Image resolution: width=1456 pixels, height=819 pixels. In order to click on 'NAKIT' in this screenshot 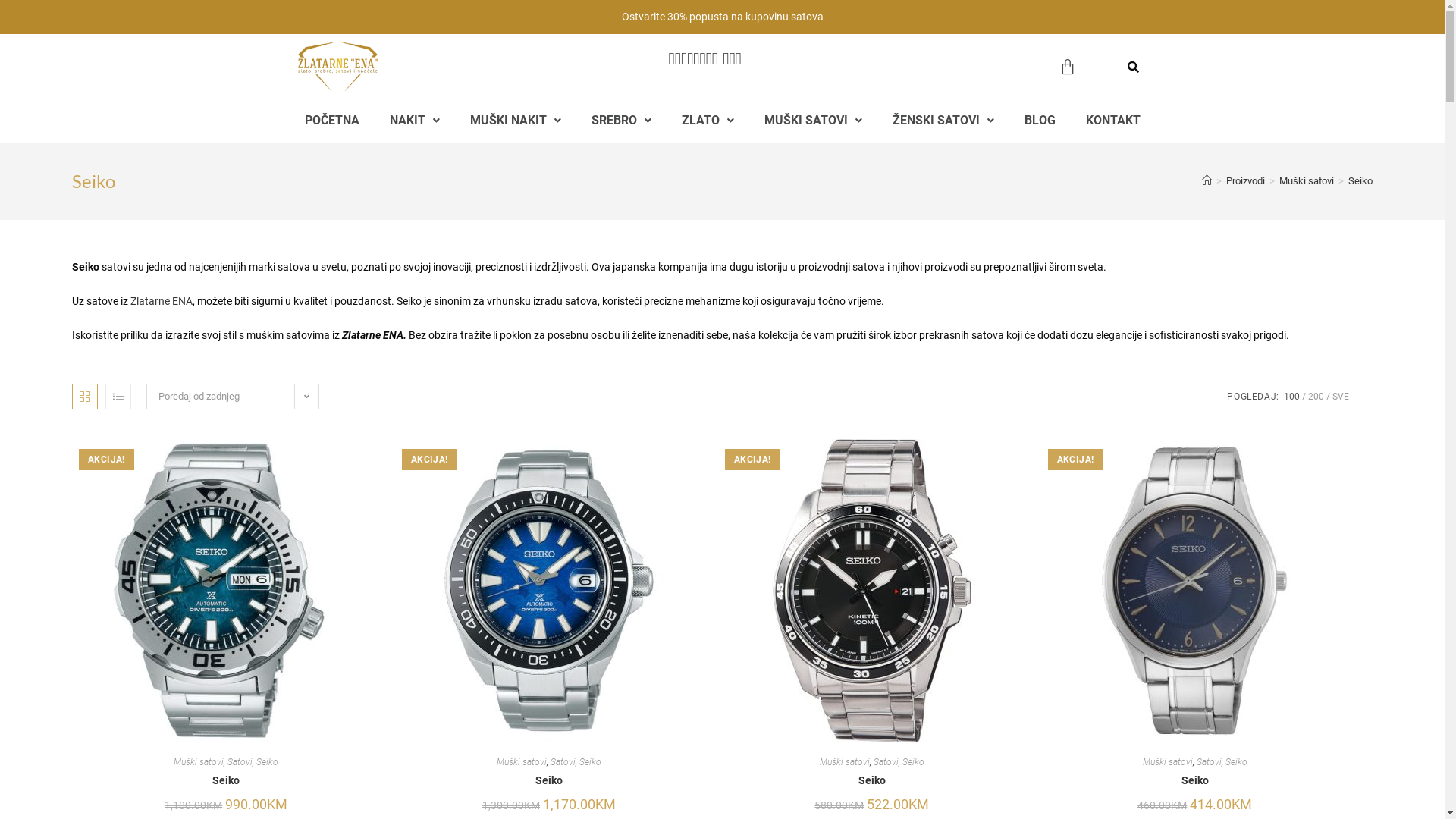, I will do `click(415, 119)`.